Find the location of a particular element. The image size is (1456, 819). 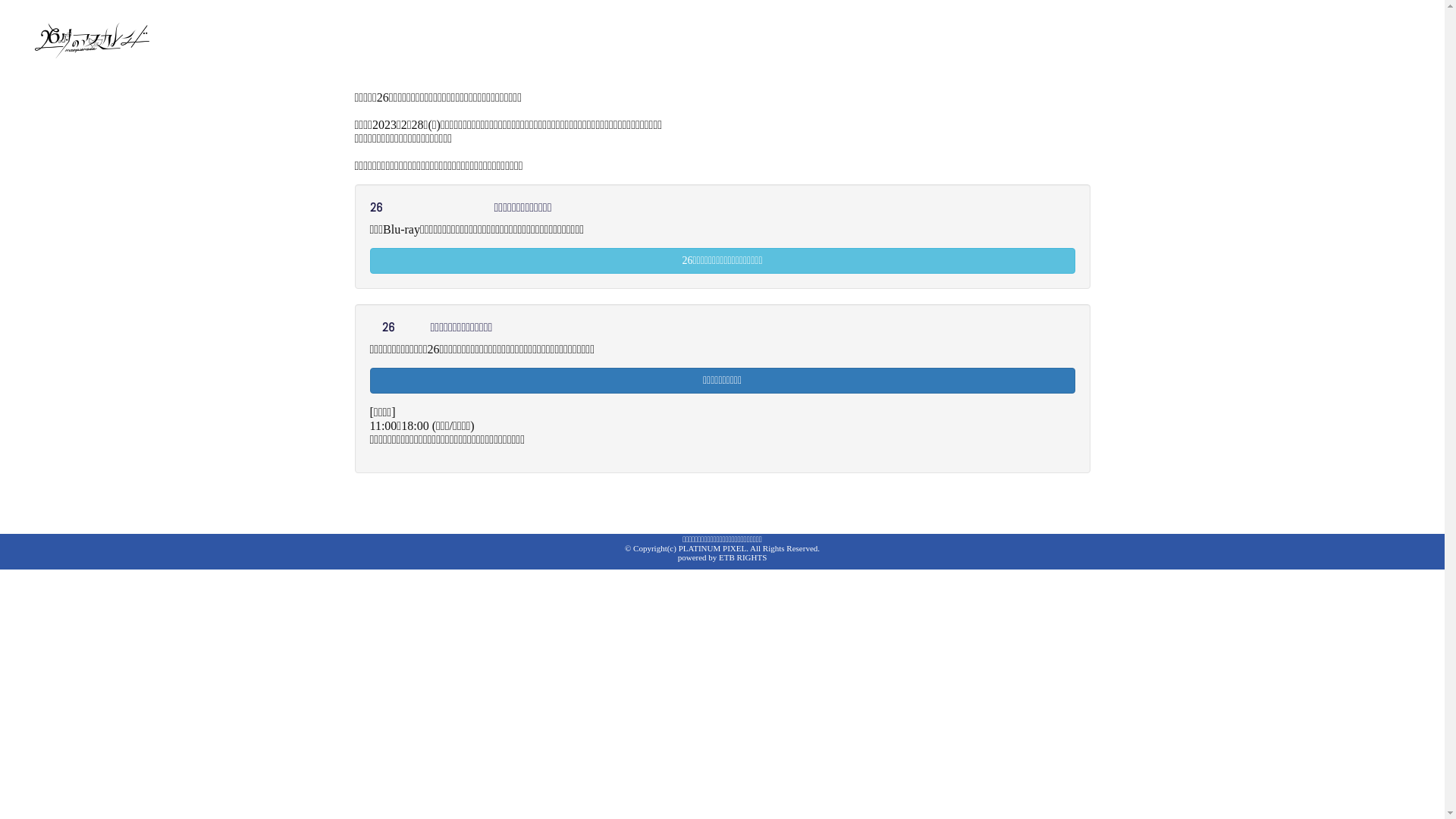

'ETB RIGHTS' is located at coordinates (742, 557).